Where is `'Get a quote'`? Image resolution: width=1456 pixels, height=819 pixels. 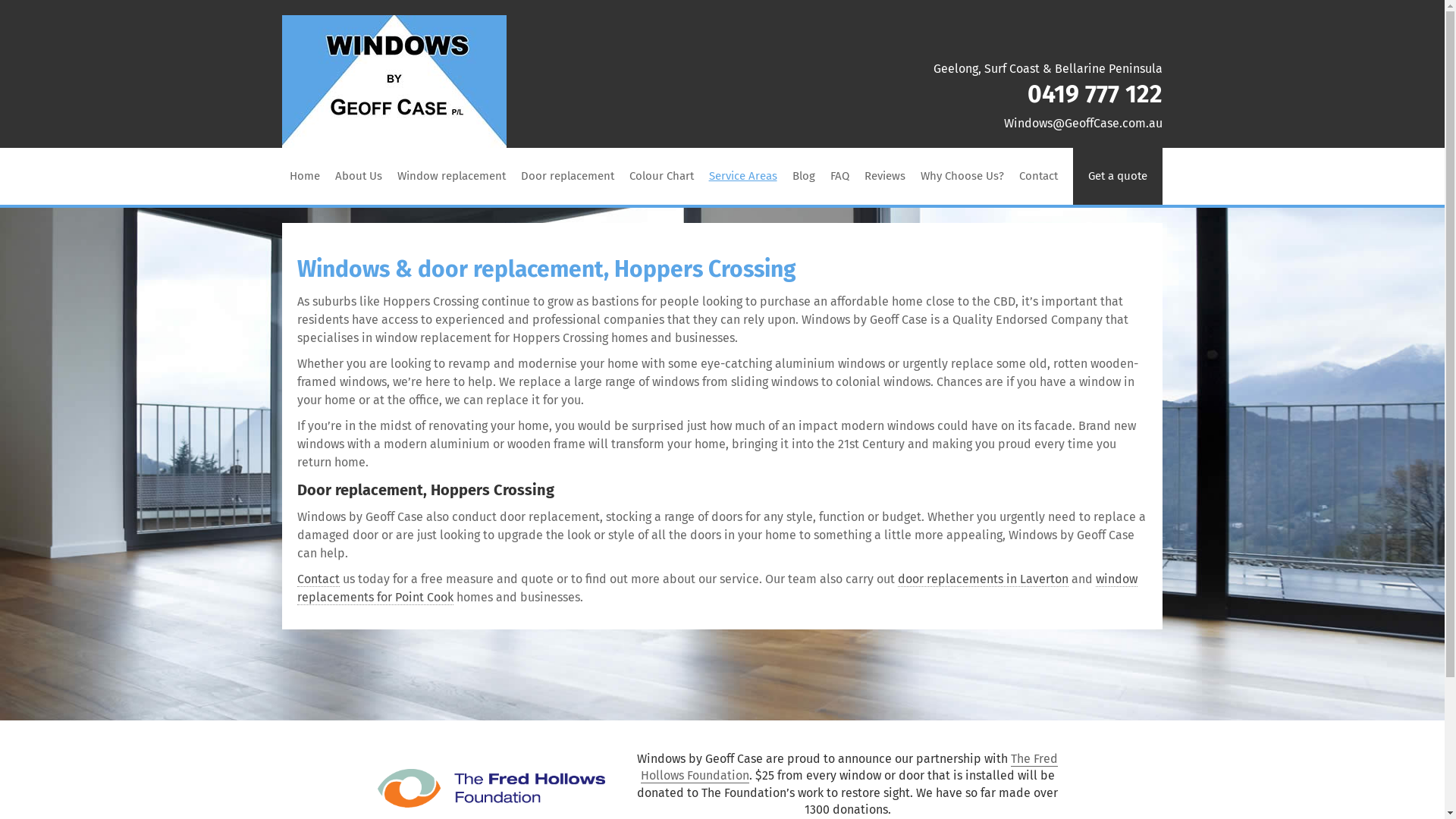
'Get a quote' is located at coordinates (1117, 175).